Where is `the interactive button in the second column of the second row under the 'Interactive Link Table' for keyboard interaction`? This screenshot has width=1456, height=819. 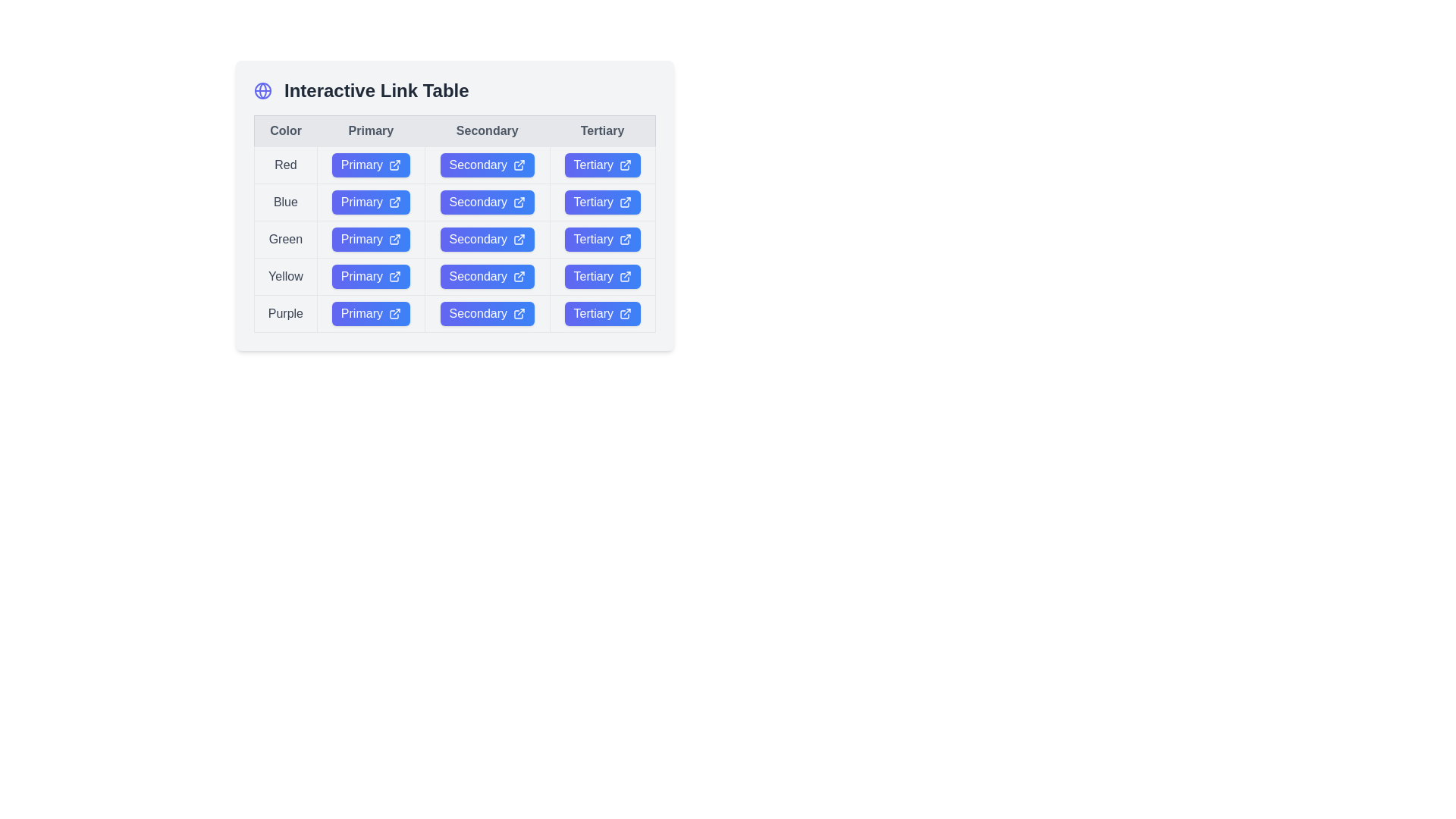 the interactive button in the second column of the second row under the 'Interactive Link Table' for keyboard interaction is located at coordinates (487, 201).